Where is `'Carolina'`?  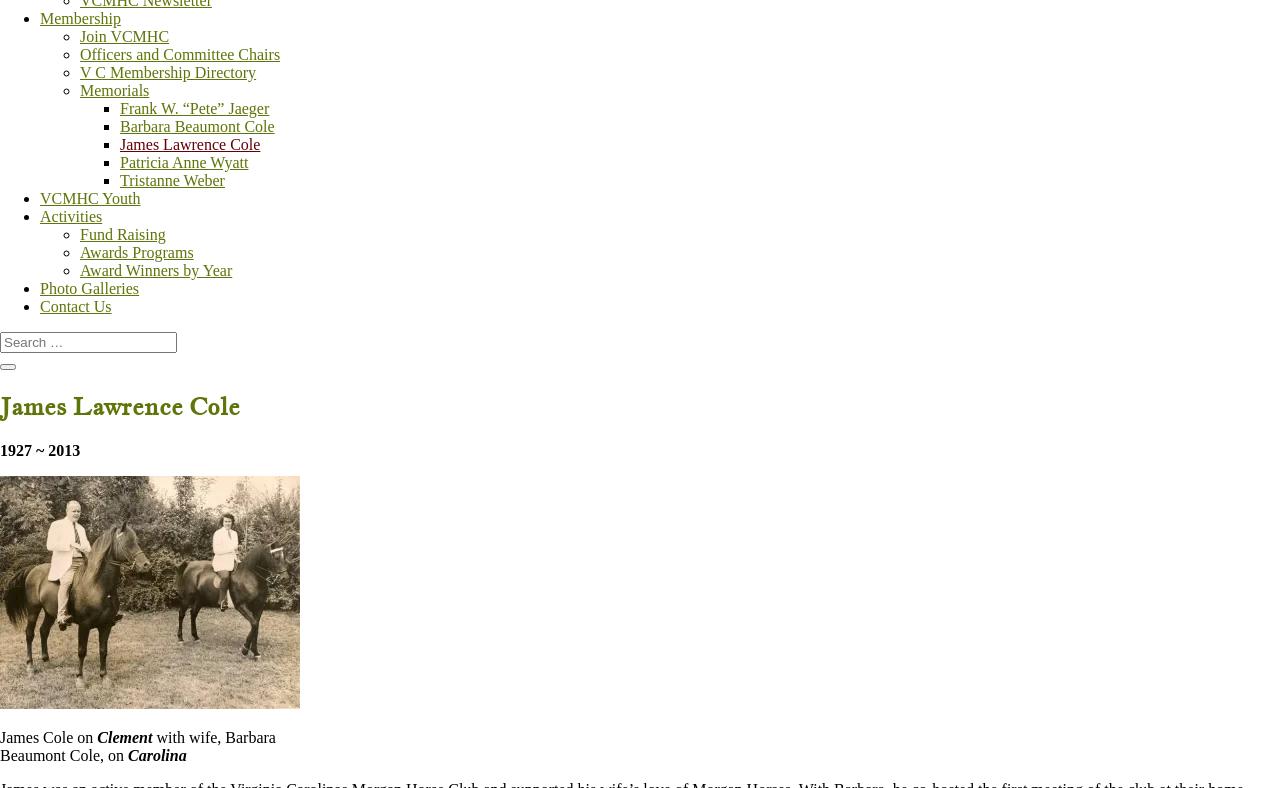 'Carolina' is located at coordinates (155, 754).